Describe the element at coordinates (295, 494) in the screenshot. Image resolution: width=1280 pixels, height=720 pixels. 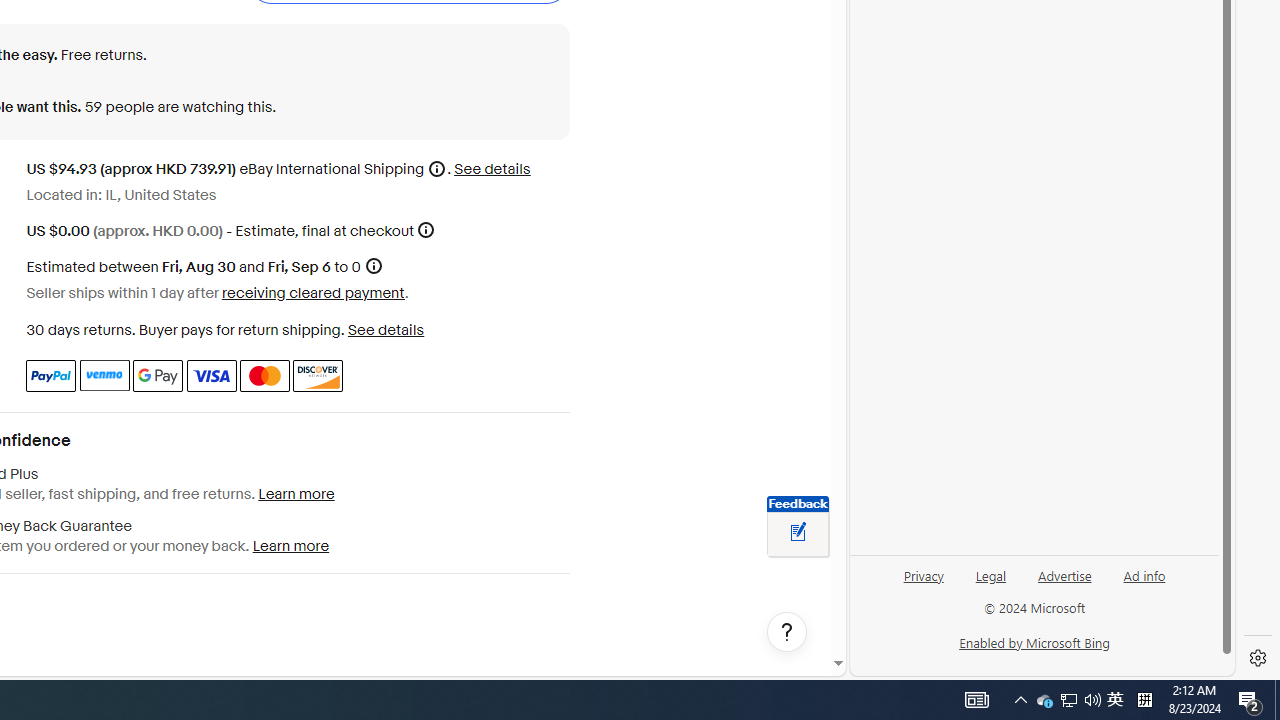
I see `'Learn more - Top Rated Plus - opens in a new window or tab'` at that location.